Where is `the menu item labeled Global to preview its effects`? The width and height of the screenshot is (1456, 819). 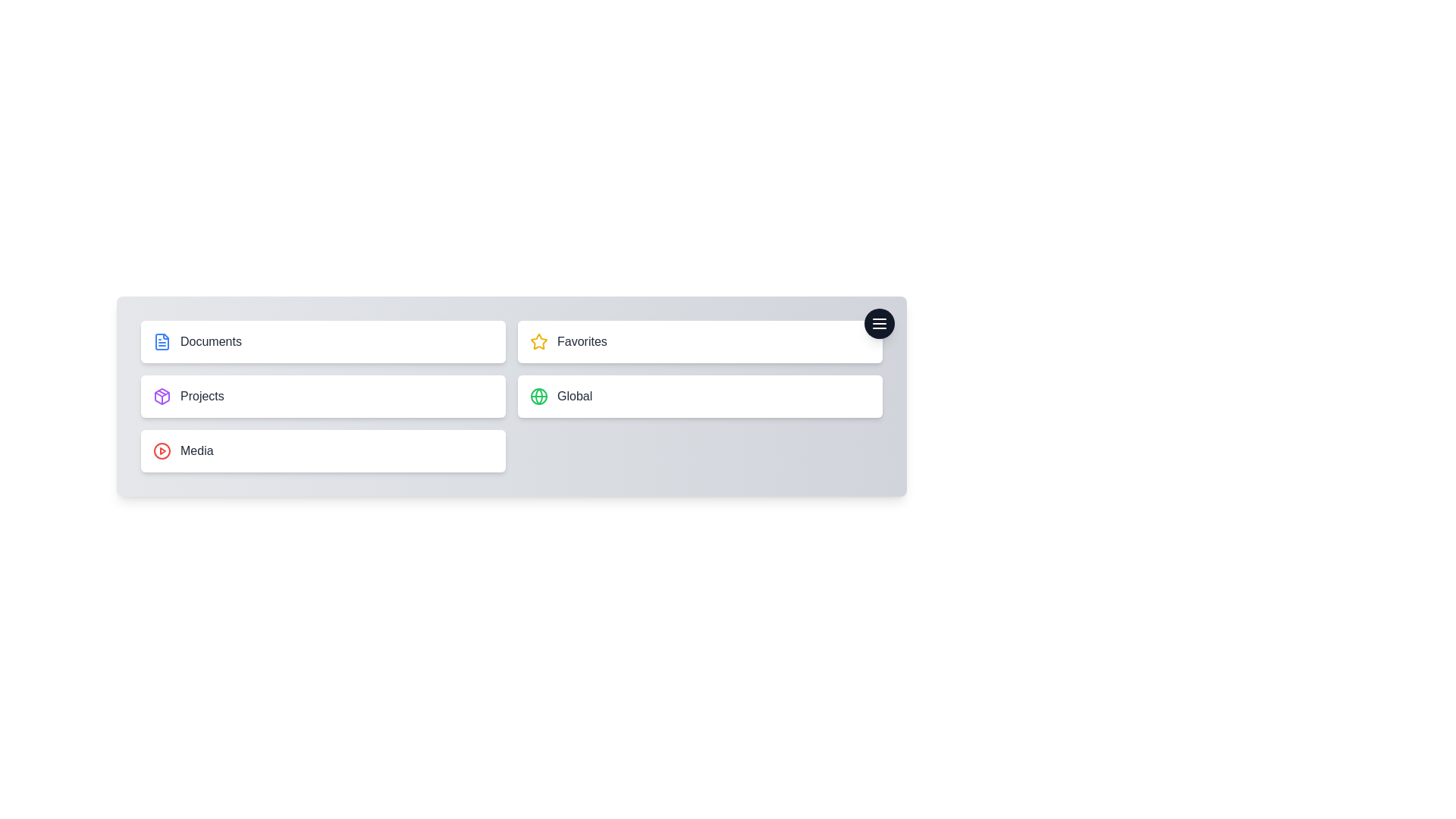
the menu item labeled Global to preview its effects is located at coordinates (699, 396).